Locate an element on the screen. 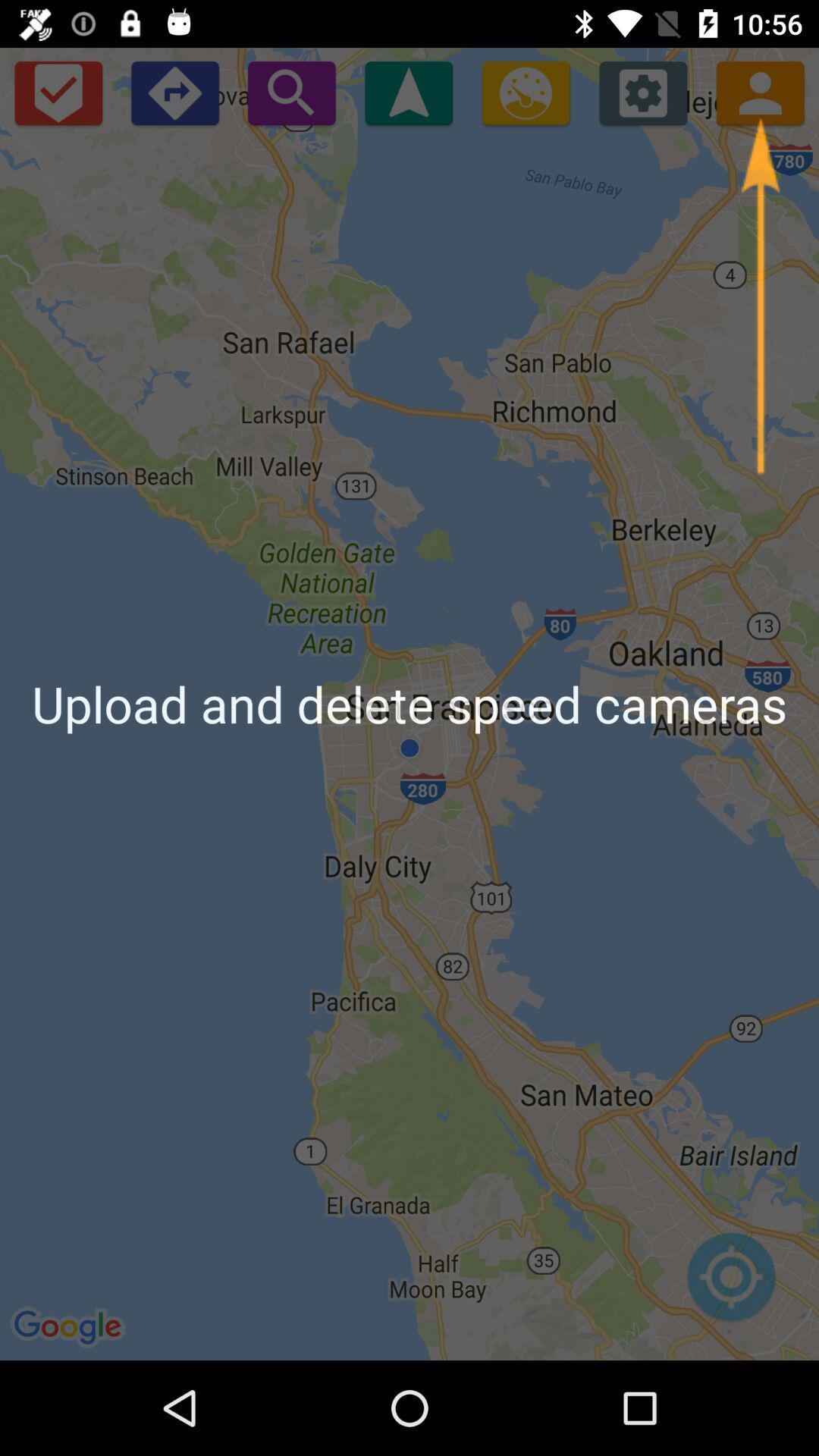 The width and height of the screenshot is (819, 1456). set location is located at coordinates (730, 1284).